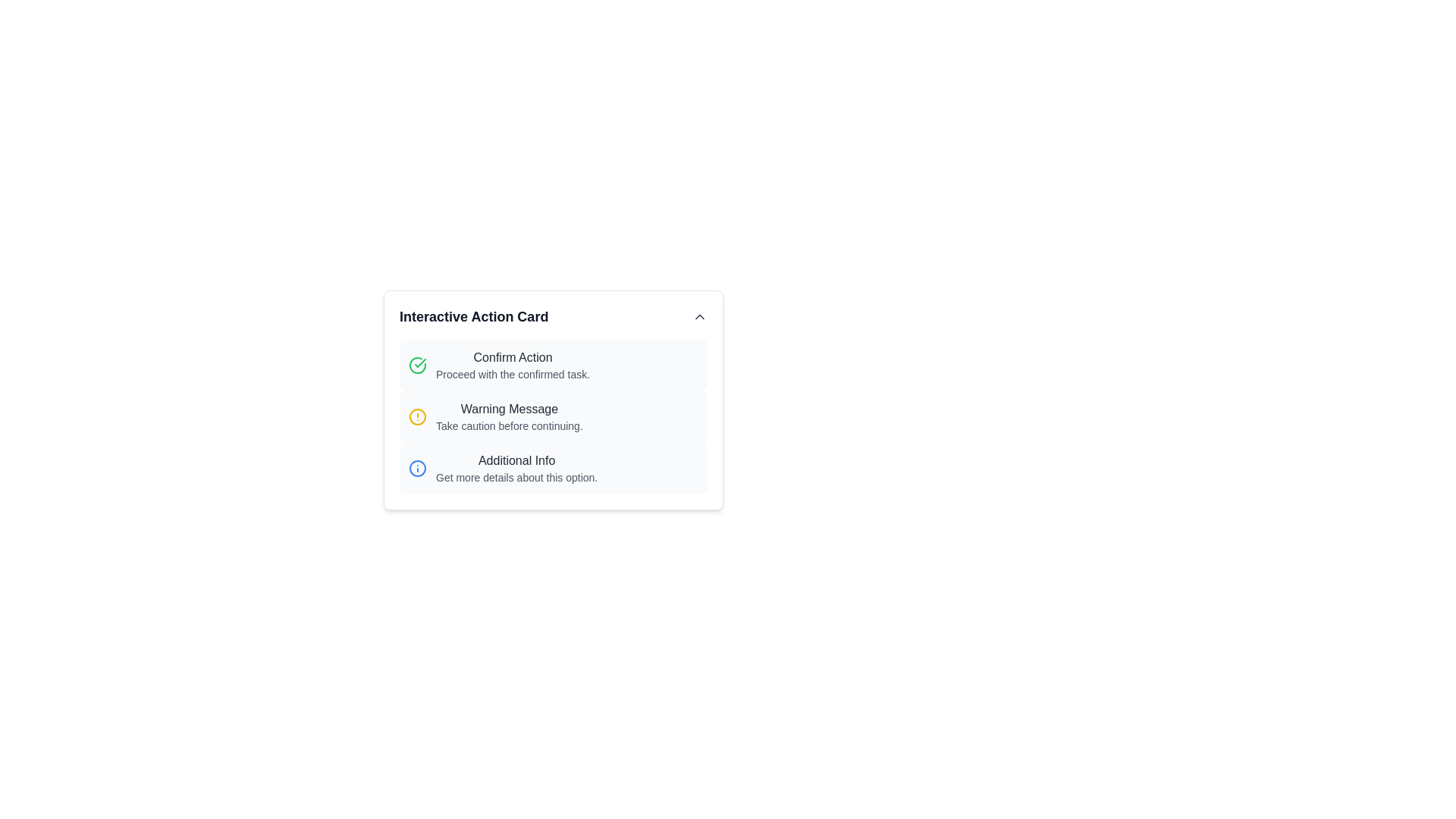 This screenshot has width=1456, height=819. What do you see at coordinates (698, 315) in the screenshot?
I see `the collapsible toggle button, which is a small upward-pointing arrow icon with a dark gray outline located in the top-right section of the 'Interactive Action Card'` at bounding box center [698, 315].